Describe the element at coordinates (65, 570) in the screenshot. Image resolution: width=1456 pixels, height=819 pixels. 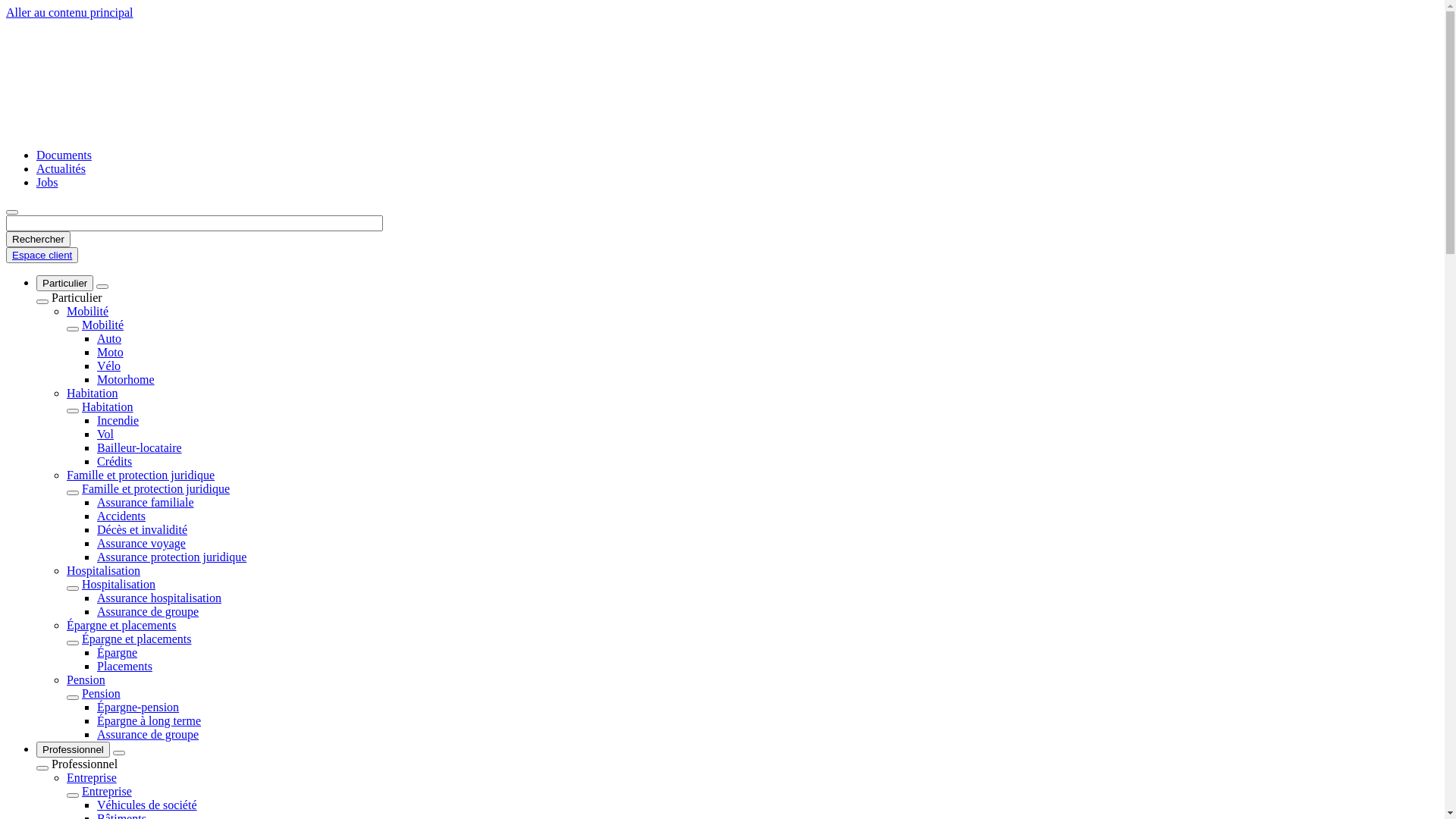
I see `'Hospitalisation'` at that location.